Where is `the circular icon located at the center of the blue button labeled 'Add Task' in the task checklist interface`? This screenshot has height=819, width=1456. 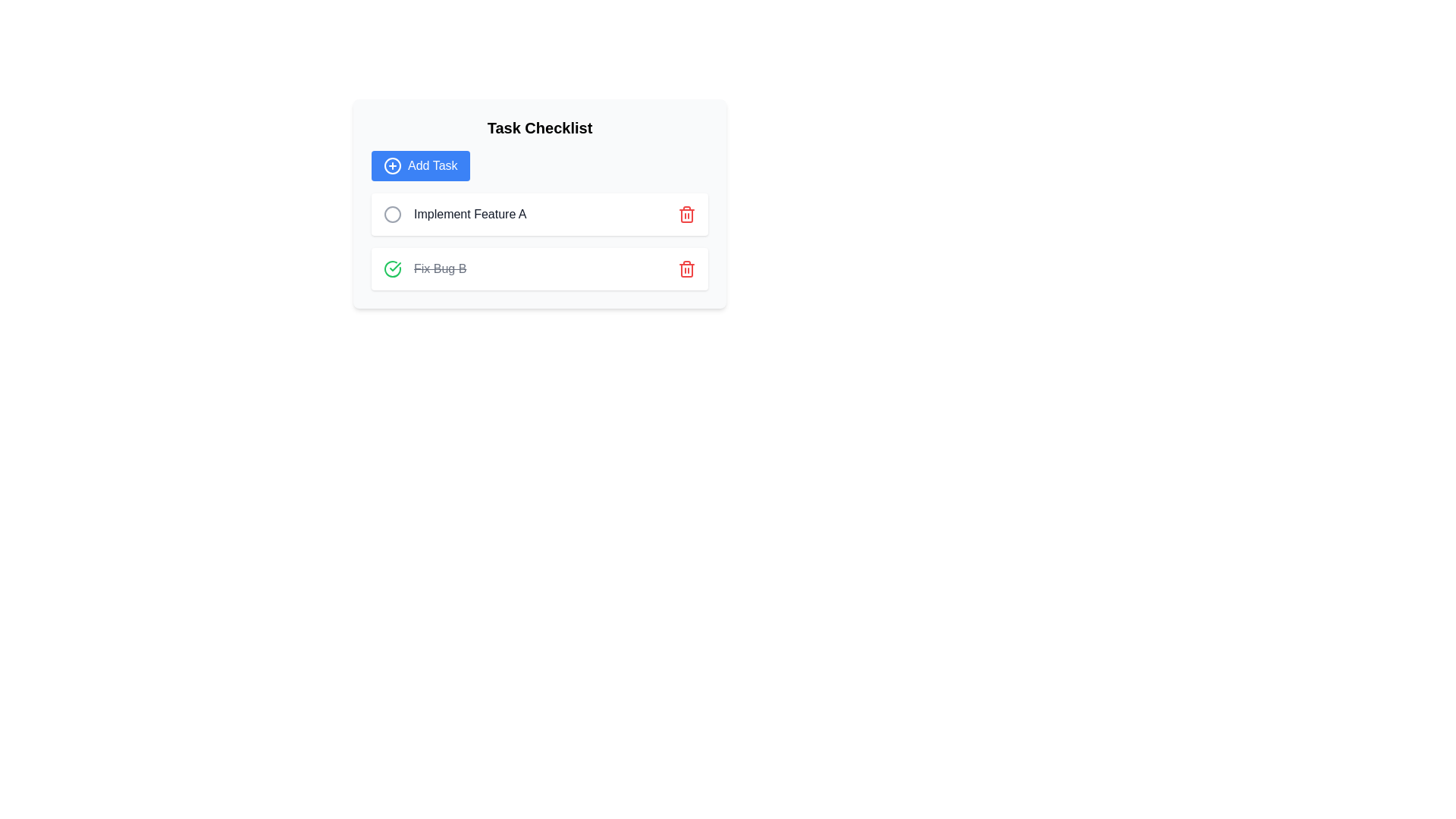 the circular icon located at the center of the blue button labeled 'Add Task' in the task checklist interface is located at coordinates (393, 166).